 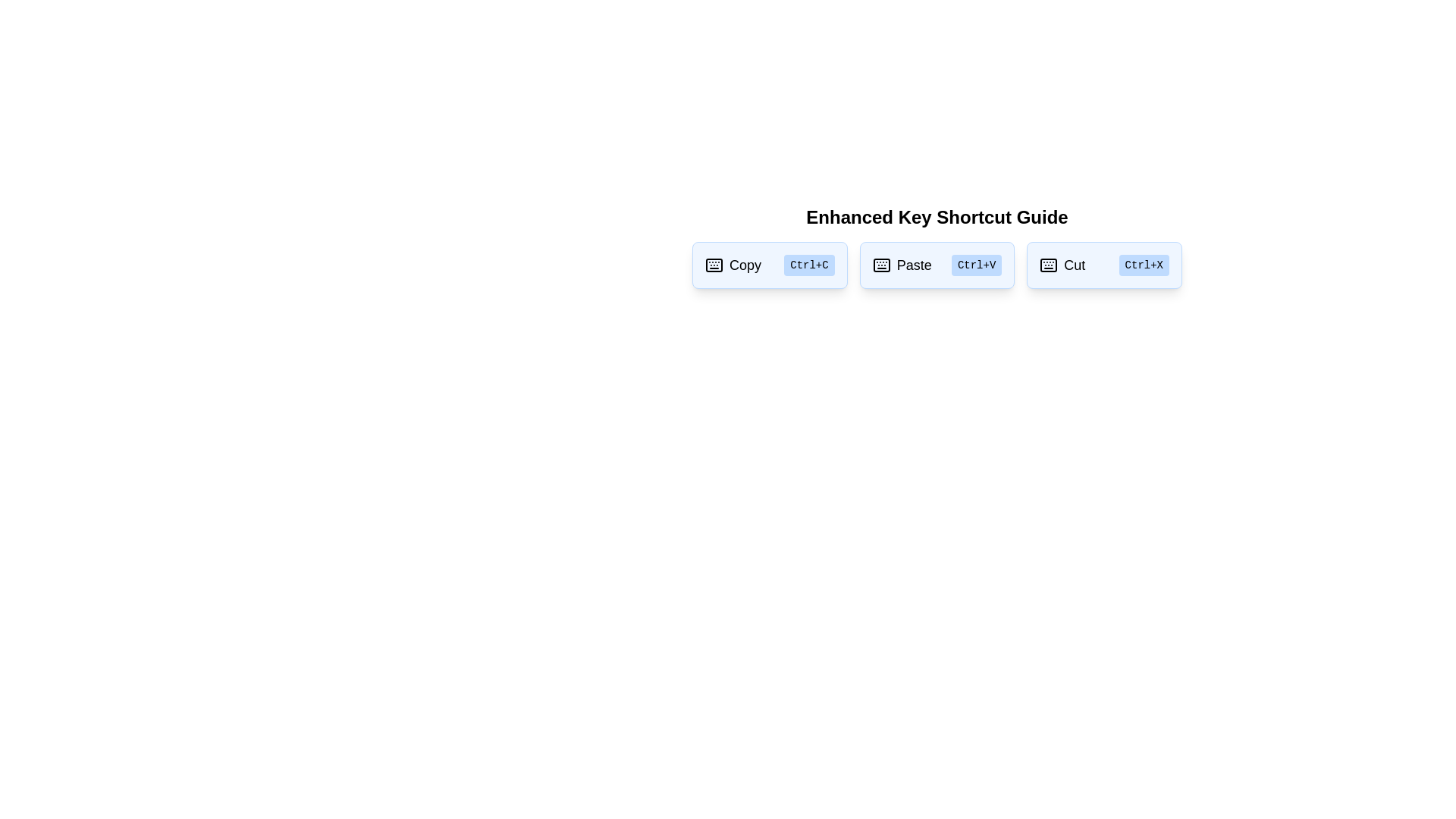 What do you see at coordinates (713, 265) in the screenshot?
I see `the rectangular graphical element representing the key area on the keyboard icon within the SVG illustration` at bounding box center [713, 265].